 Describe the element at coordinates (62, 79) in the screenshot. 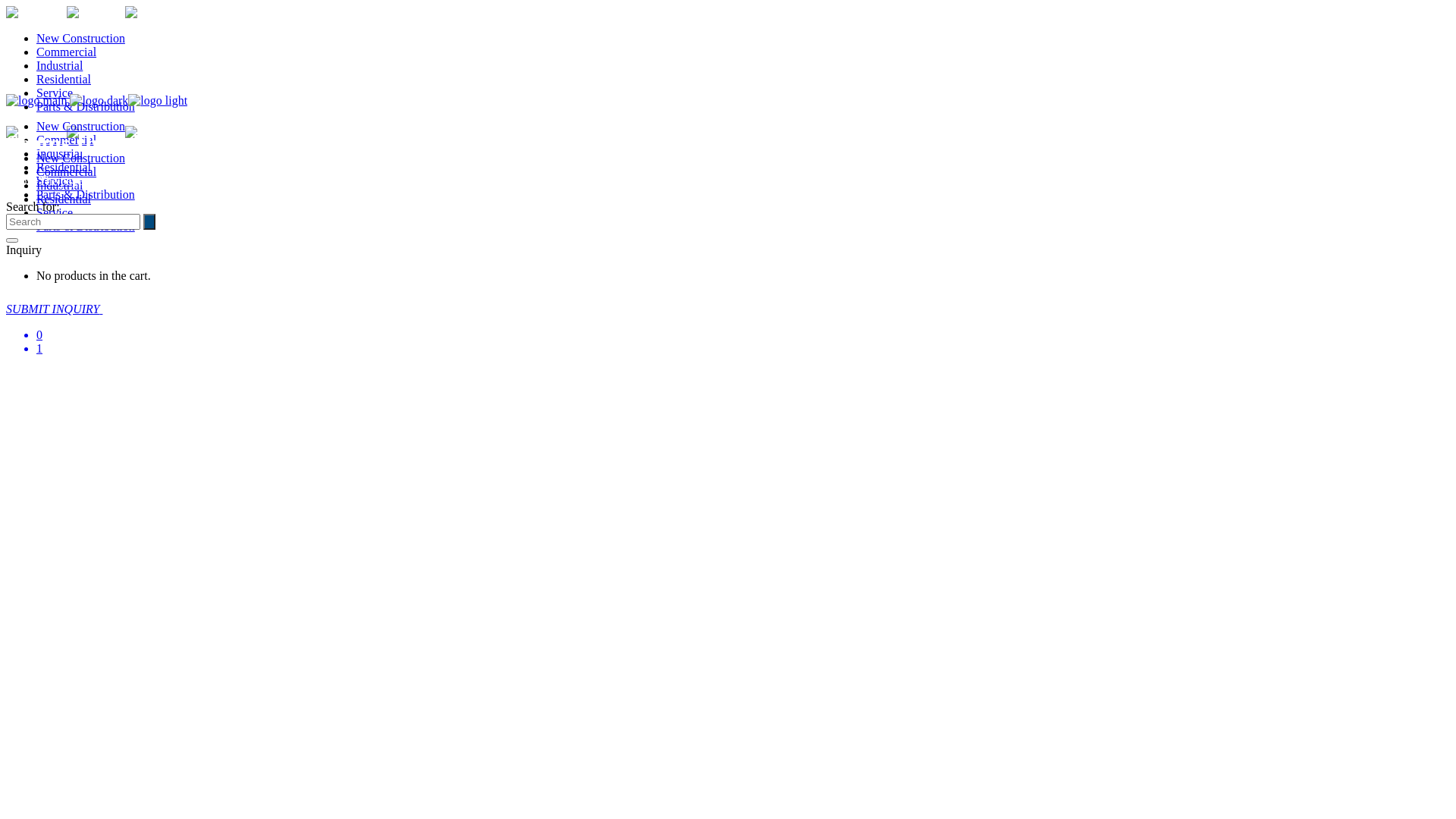

I see `'Residential'` at that location.